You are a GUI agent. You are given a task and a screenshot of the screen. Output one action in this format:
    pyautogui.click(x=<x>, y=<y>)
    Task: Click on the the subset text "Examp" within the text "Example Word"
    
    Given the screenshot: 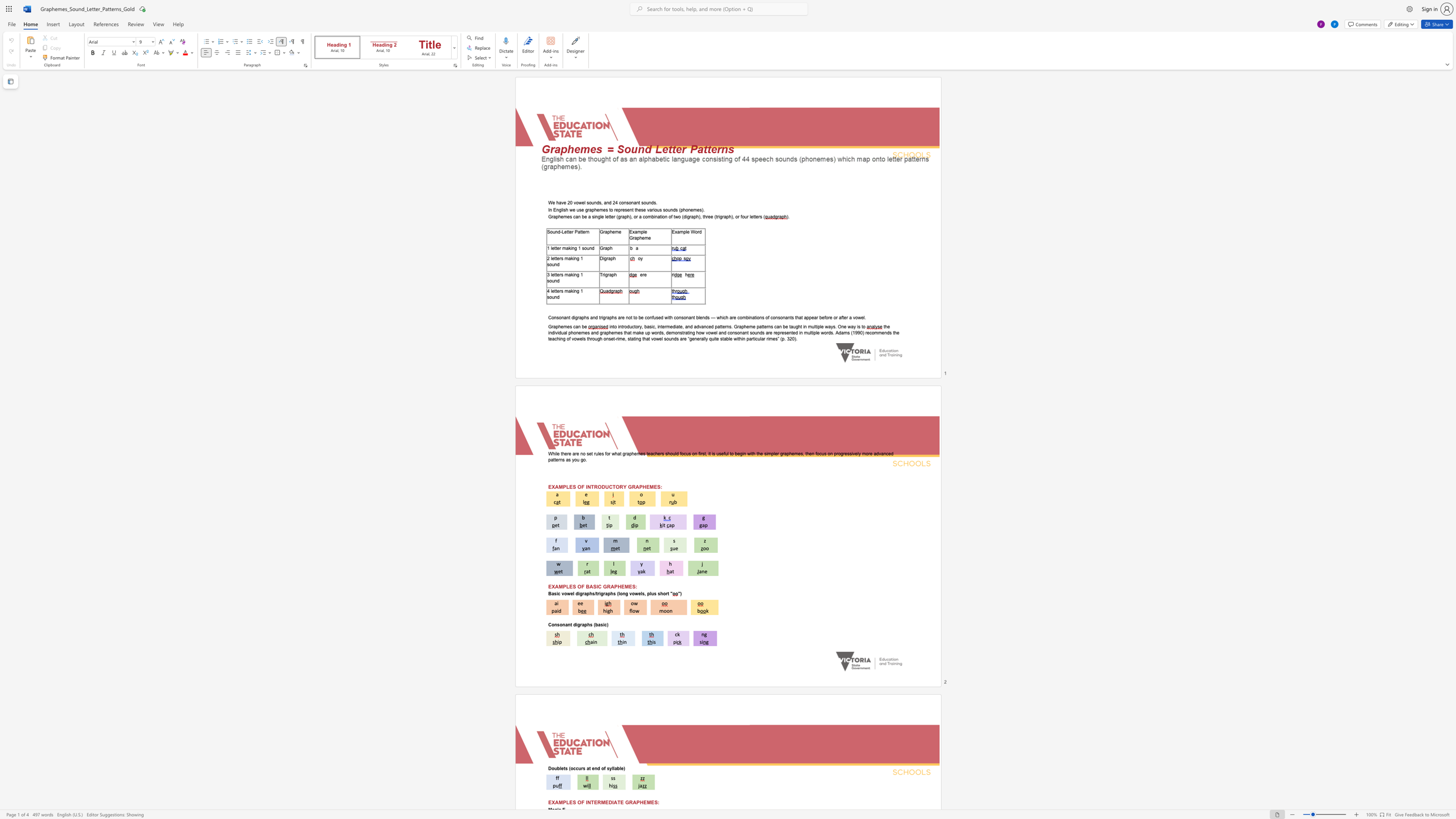 What is the action you would take?
    pyautogui.click(x=671, y=231)
    